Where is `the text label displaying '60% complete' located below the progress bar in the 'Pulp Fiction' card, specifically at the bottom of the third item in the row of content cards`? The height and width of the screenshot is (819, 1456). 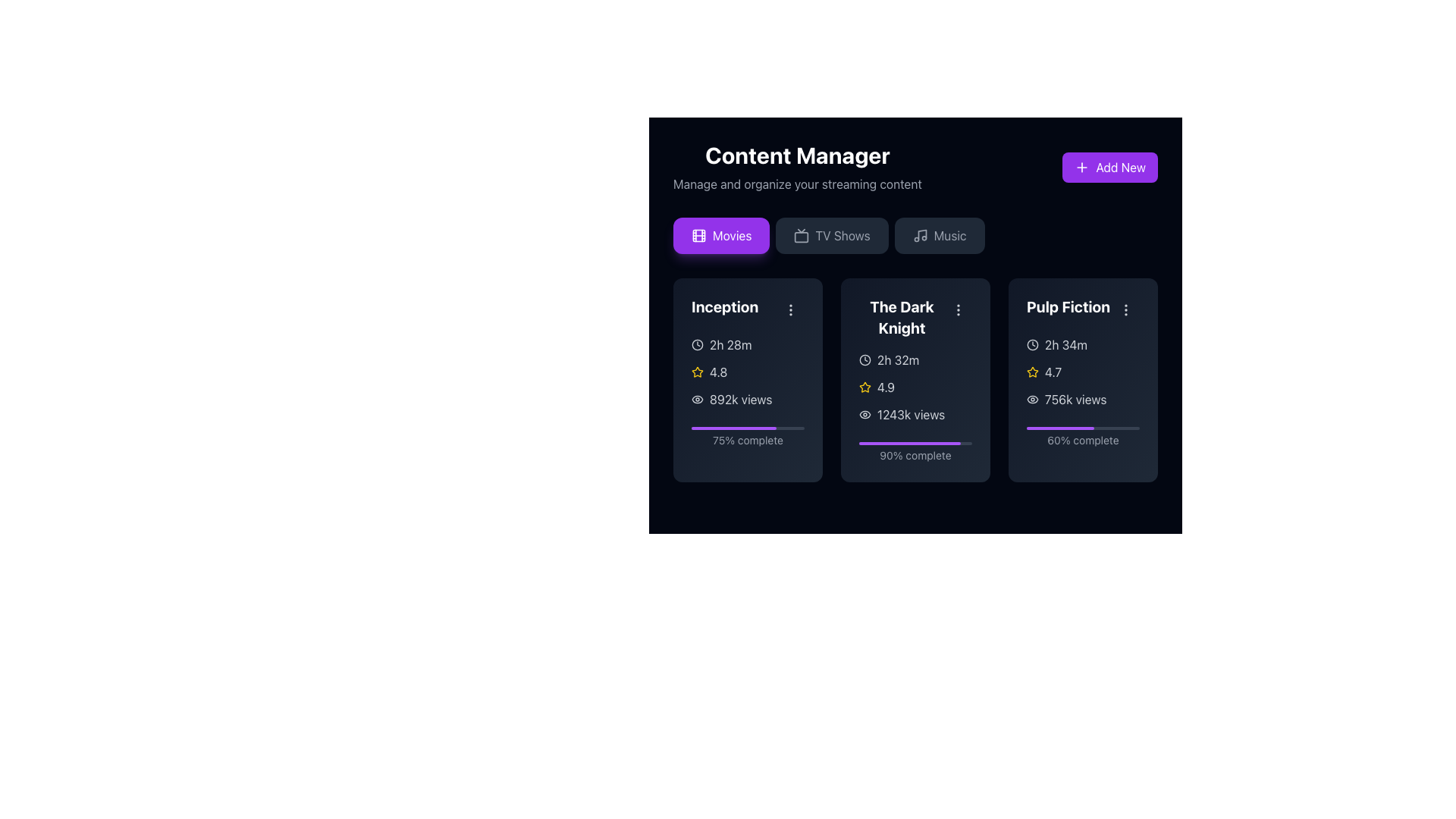 the text label displaying '60% complete' located below the progress bar in the 'Pulp Fiction' card, specifically at the bottom of the third item in the row of content cards is located at coordinates (1082, 441).